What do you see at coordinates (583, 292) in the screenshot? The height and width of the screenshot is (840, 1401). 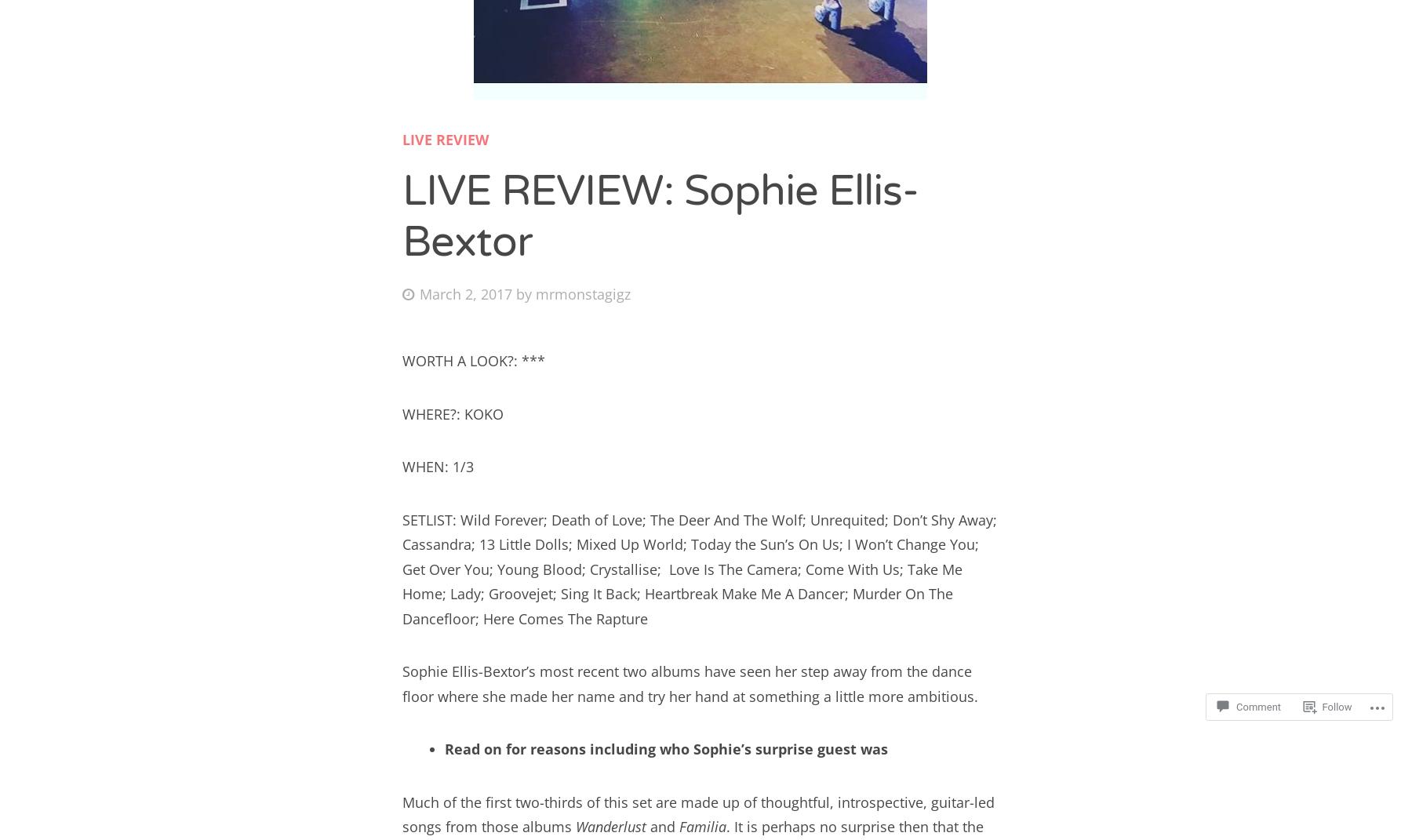 I see `'mrmonstagigz'` at bounding box center [583, 292].